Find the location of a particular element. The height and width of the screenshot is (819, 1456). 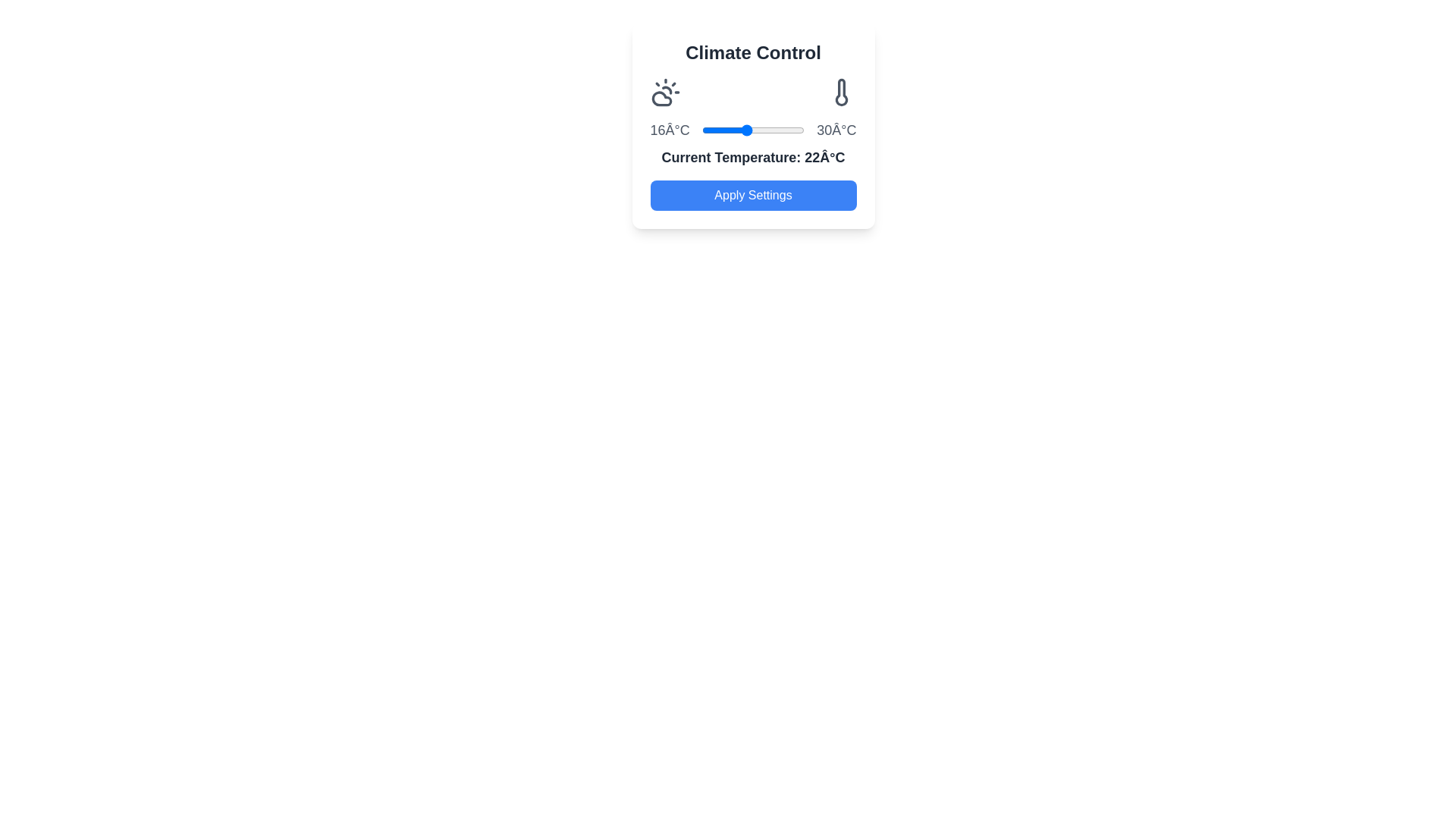

the temperature is located at coordinates (761, 130).